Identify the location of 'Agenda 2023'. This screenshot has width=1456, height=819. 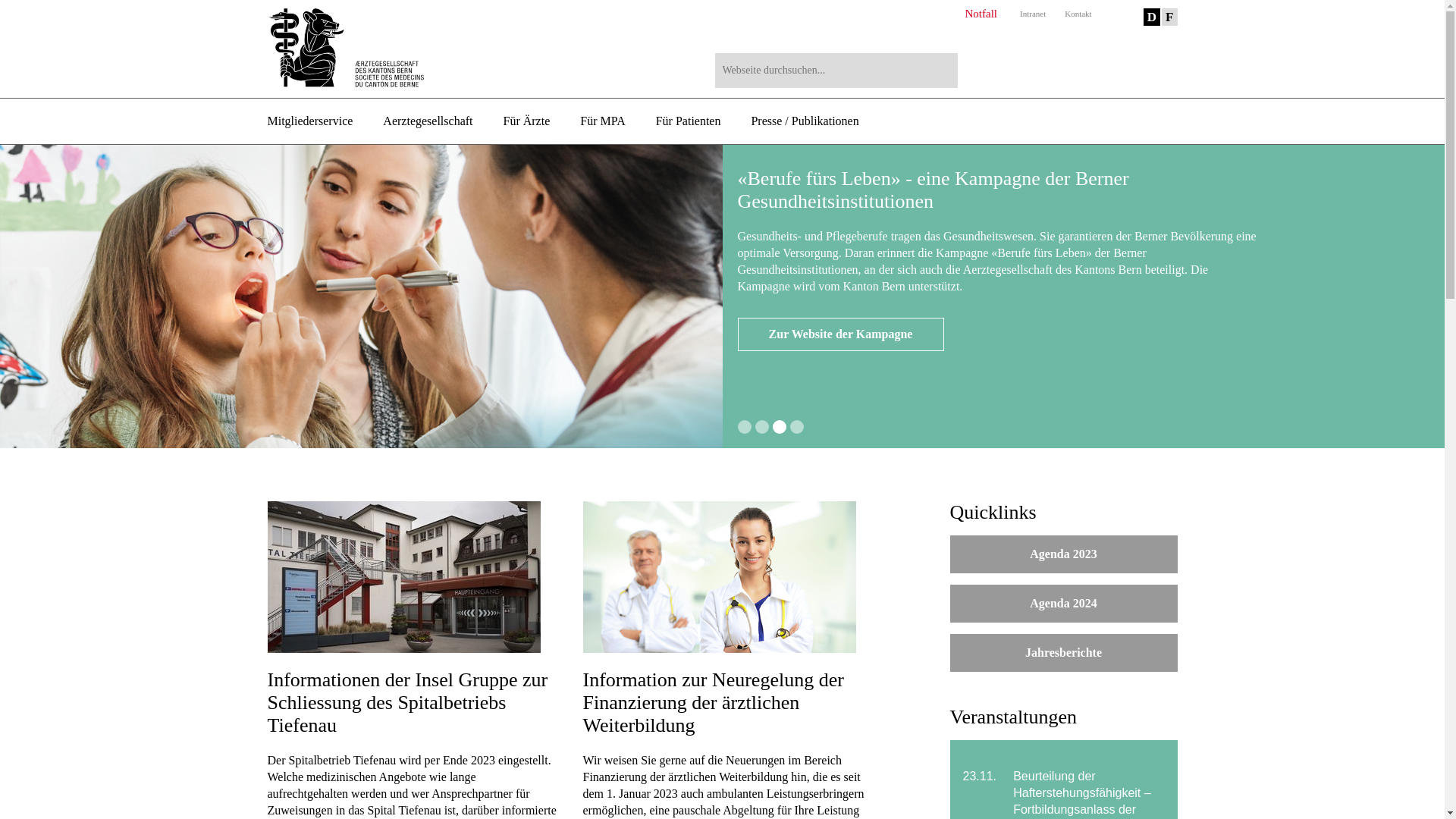
(949, 554).